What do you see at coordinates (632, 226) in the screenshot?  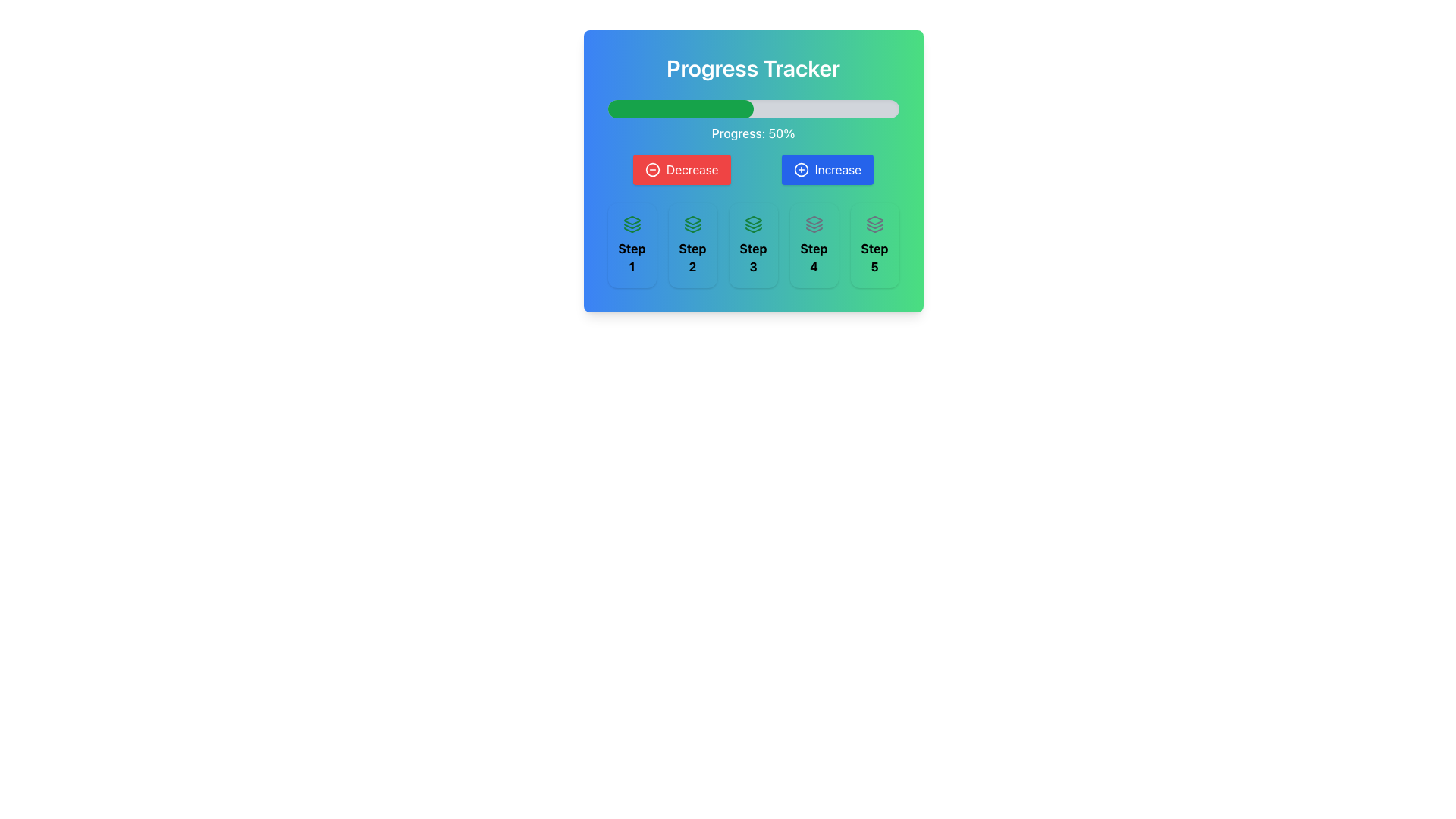 I see `the second layered polygon shape in the SVG graphic that is part of a stack-like structure` at bounding box center [632, 226].